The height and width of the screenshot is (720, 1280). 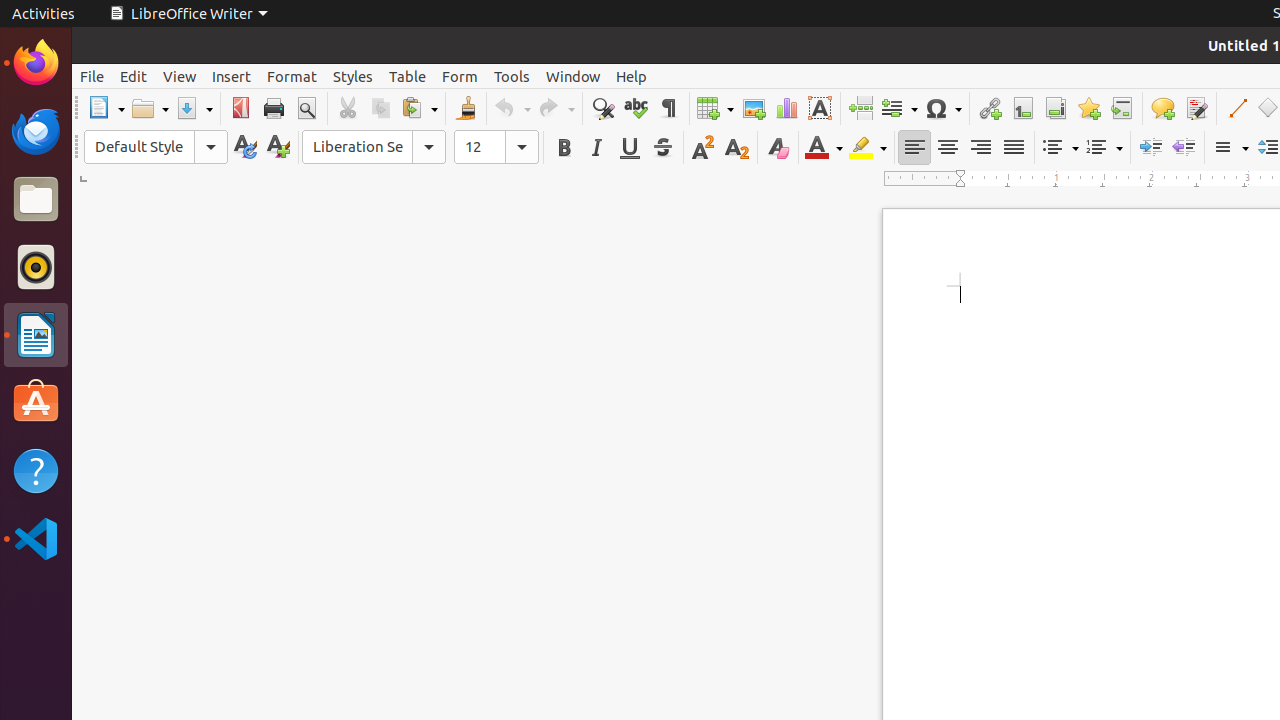 What do you see at coordinates (556, 108) in the screenshot?
I see `'Redo'` at bounding box center [556, 108].